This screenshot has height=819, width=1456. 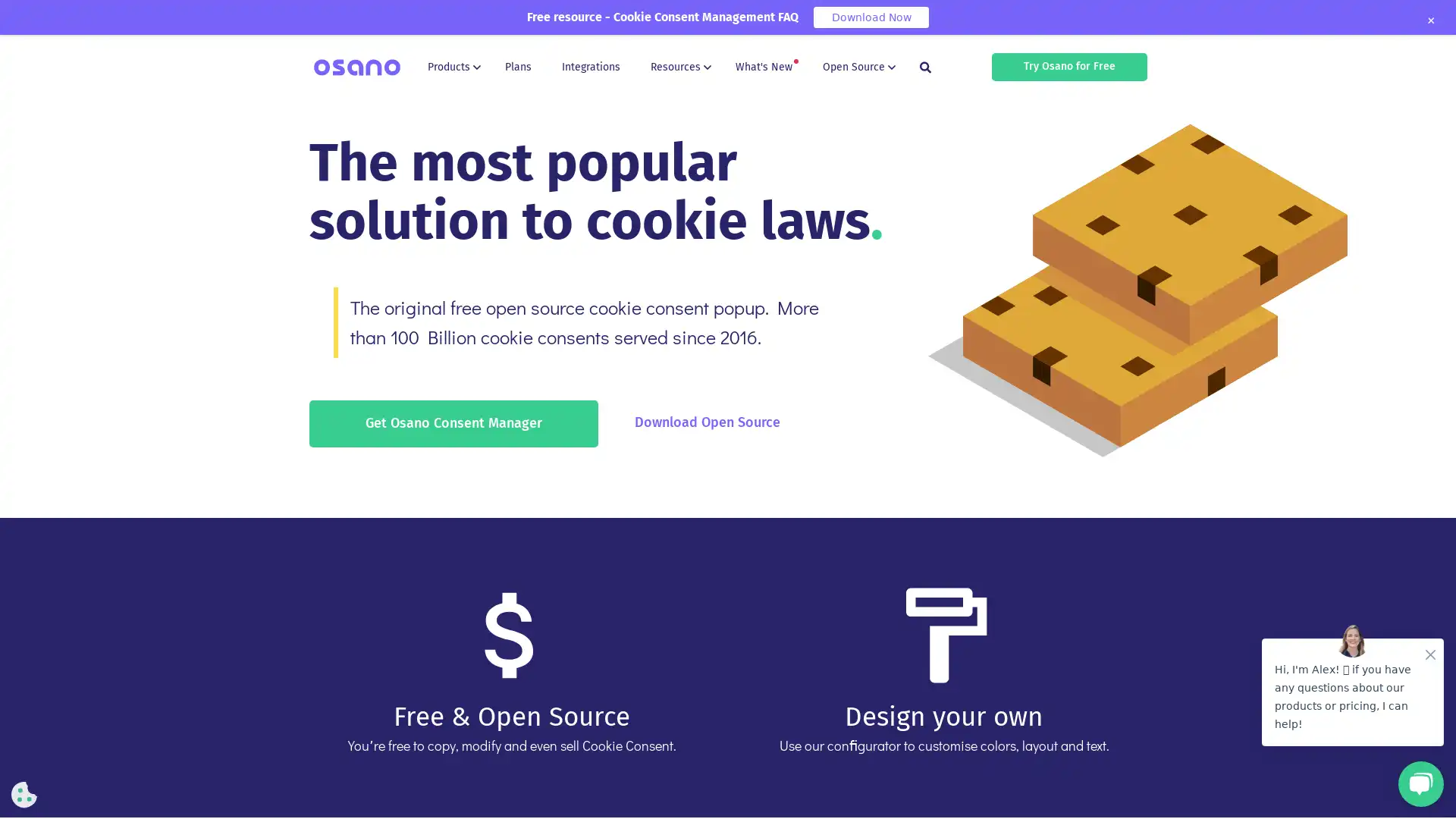 I want to click on Cookie Preferences, so click(x=24, y=794).